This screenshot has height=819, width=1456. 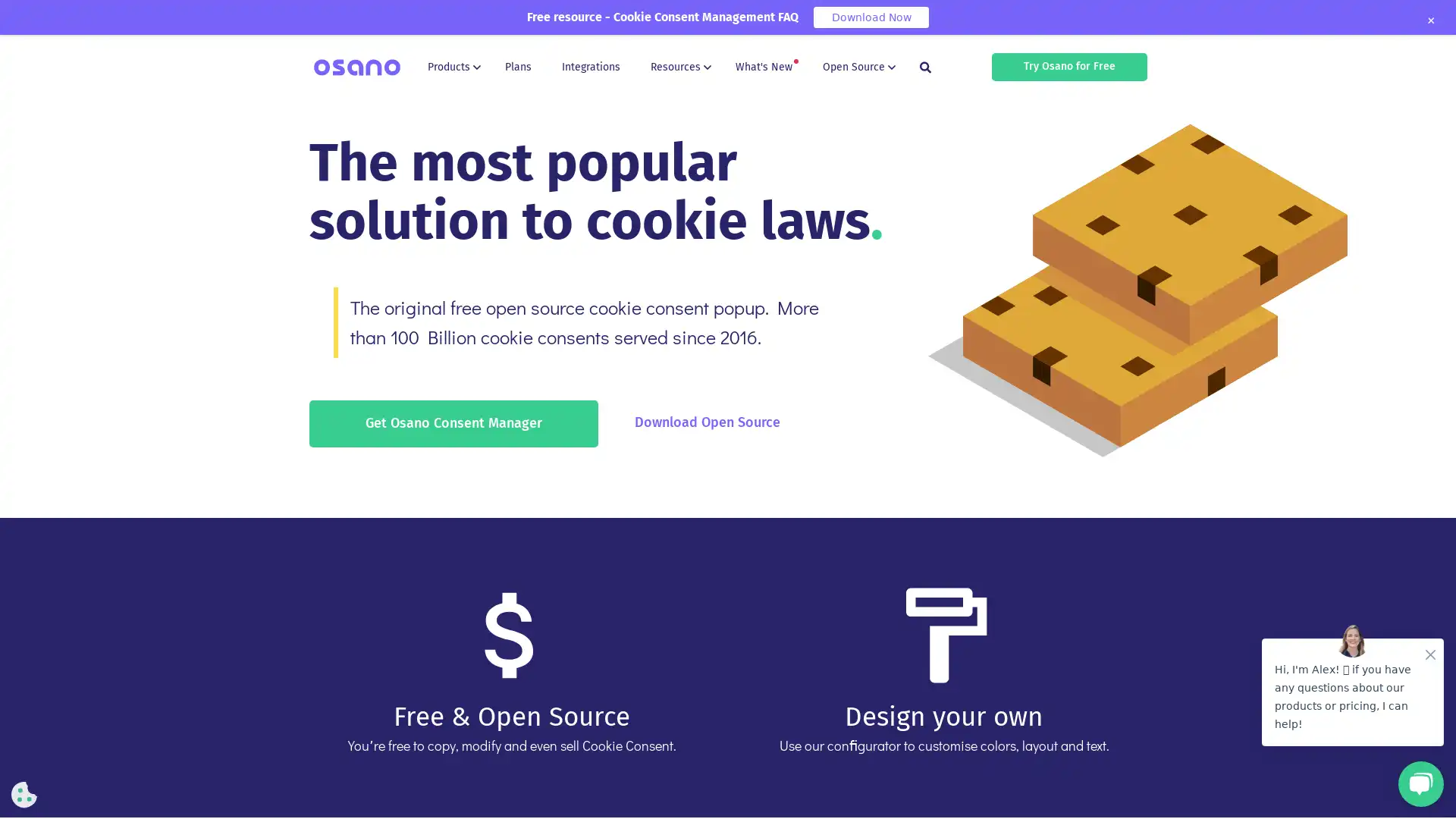 I want to click on Cookie Preferences, so click(x=24, y=794).